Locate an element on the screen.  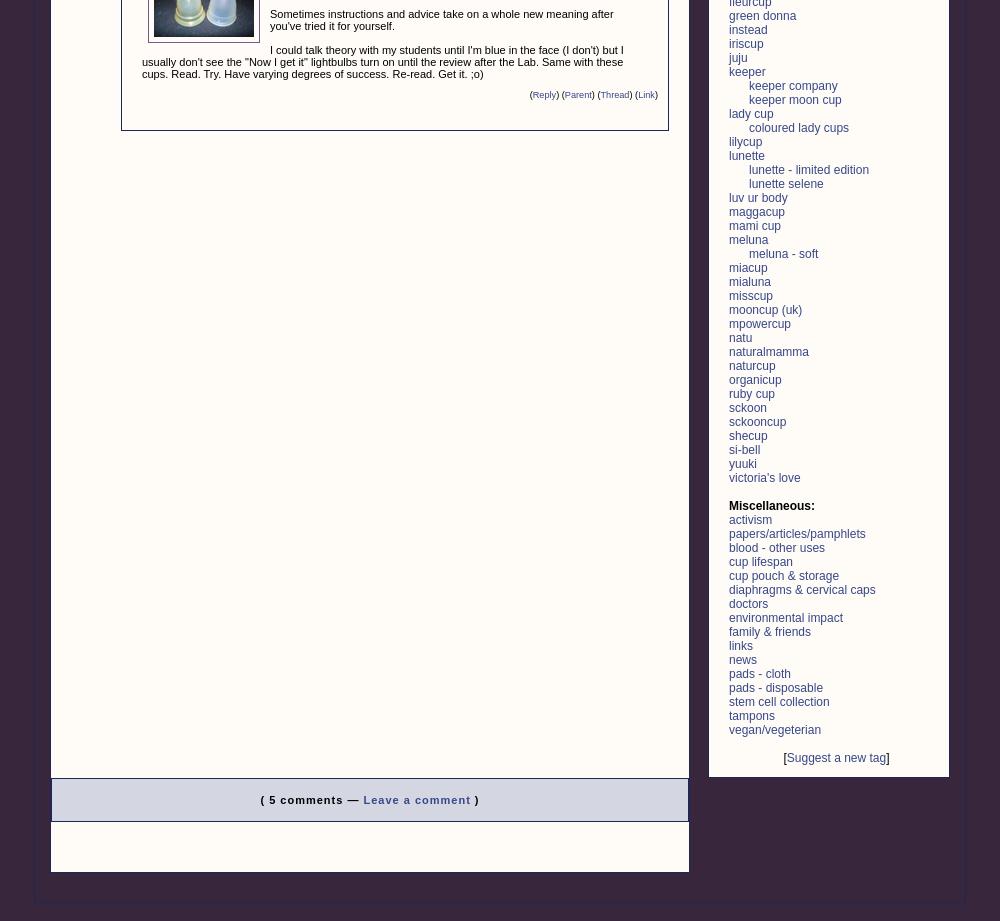
'mpowercup' is located at coordinates (760, 324).